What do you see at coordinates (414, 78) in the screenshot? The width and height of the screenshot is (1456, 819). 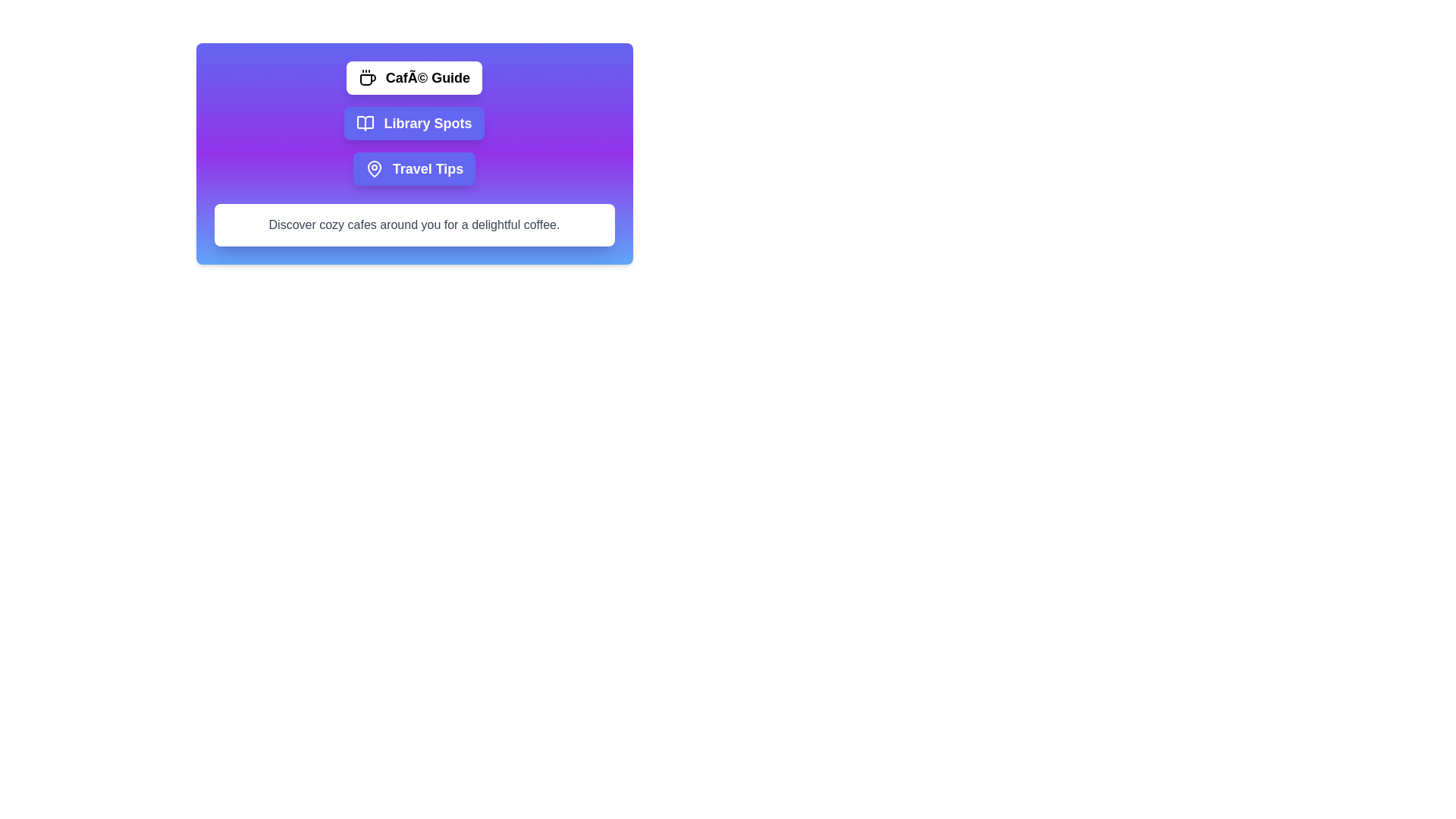 I see `the tab labeled 'Café Guide' to view its content` at bounding box center [414, 78].